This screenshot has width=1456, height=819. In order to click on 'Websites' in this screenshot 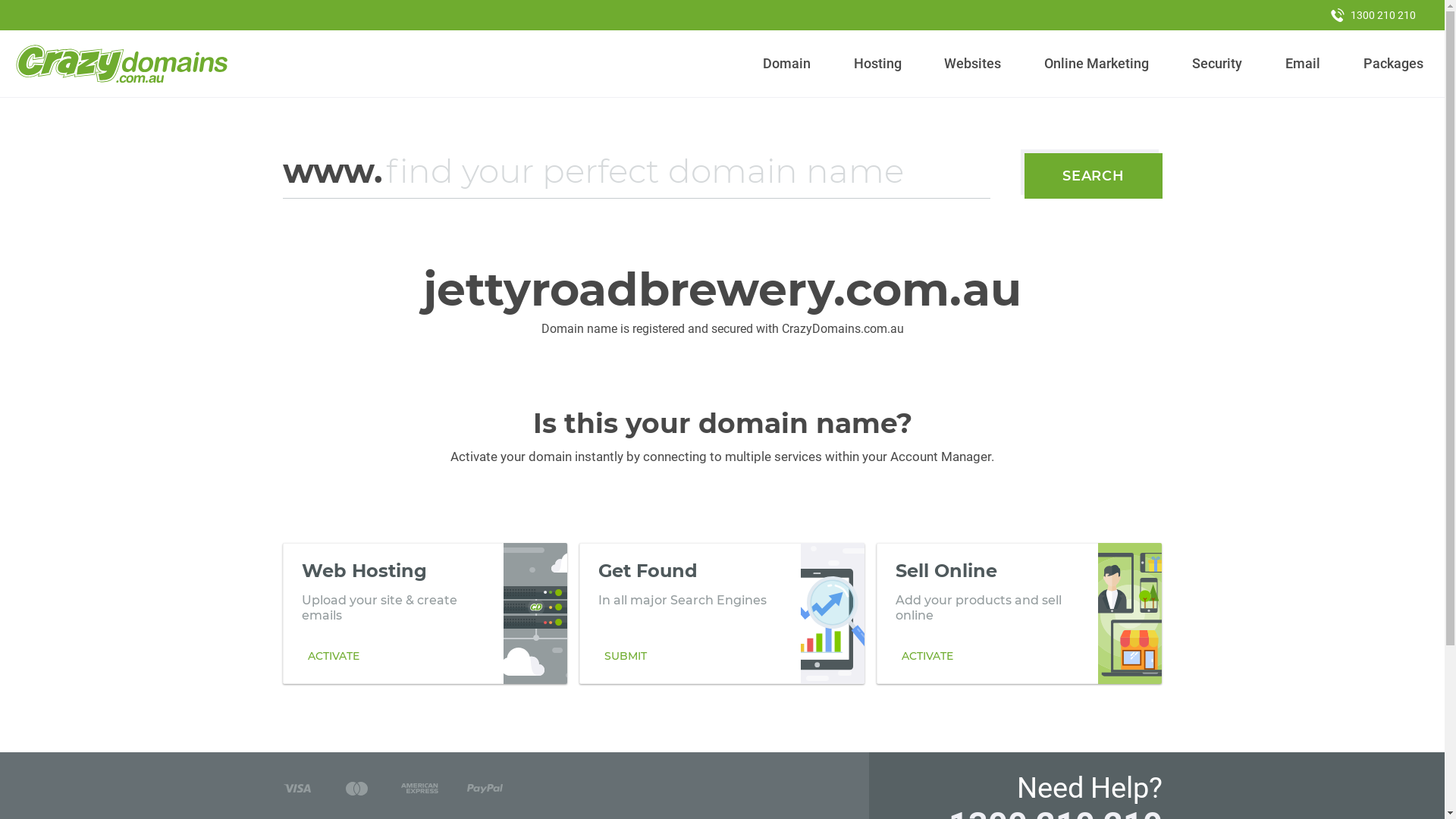, I will do `click(937, 63)`.